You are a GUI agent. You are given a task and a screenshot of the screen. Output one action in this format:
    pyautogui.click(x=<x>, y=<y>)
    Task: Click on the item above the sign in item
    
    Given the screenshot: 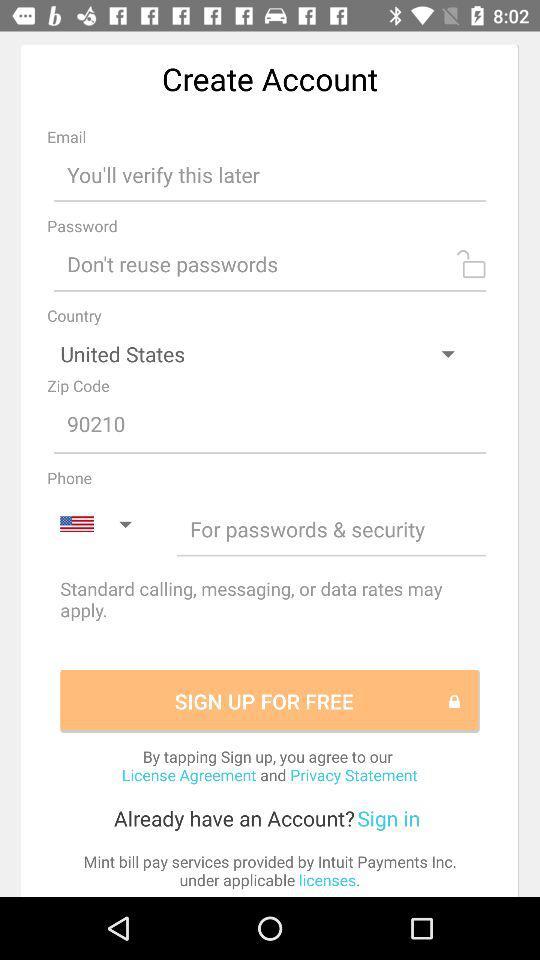 What is the action you would take?
    pyautogui.click(x=269, y=764)
    